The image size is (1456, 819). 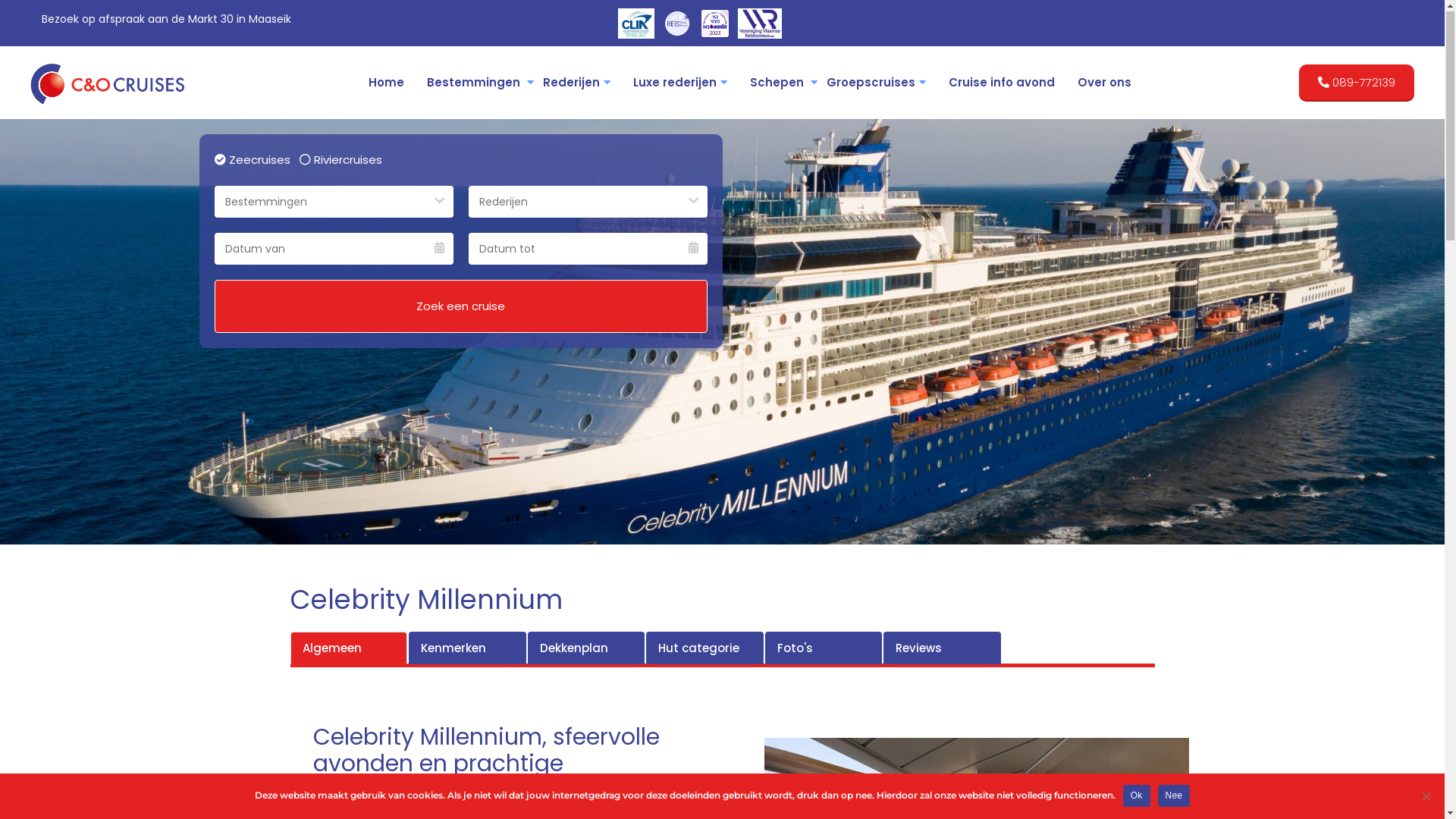 I want to click on 'Algemeen', so click(x=347, y=648).